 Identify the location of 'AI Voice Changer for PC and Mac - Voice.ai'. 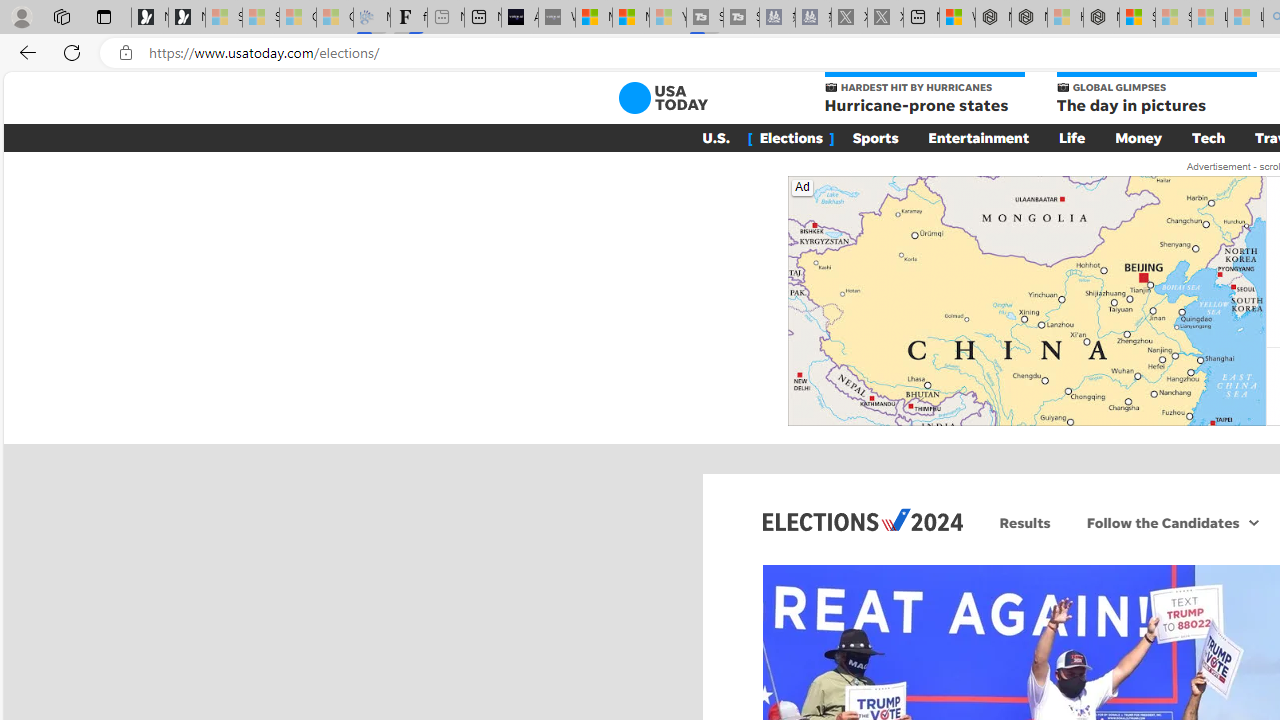
(519, 17).